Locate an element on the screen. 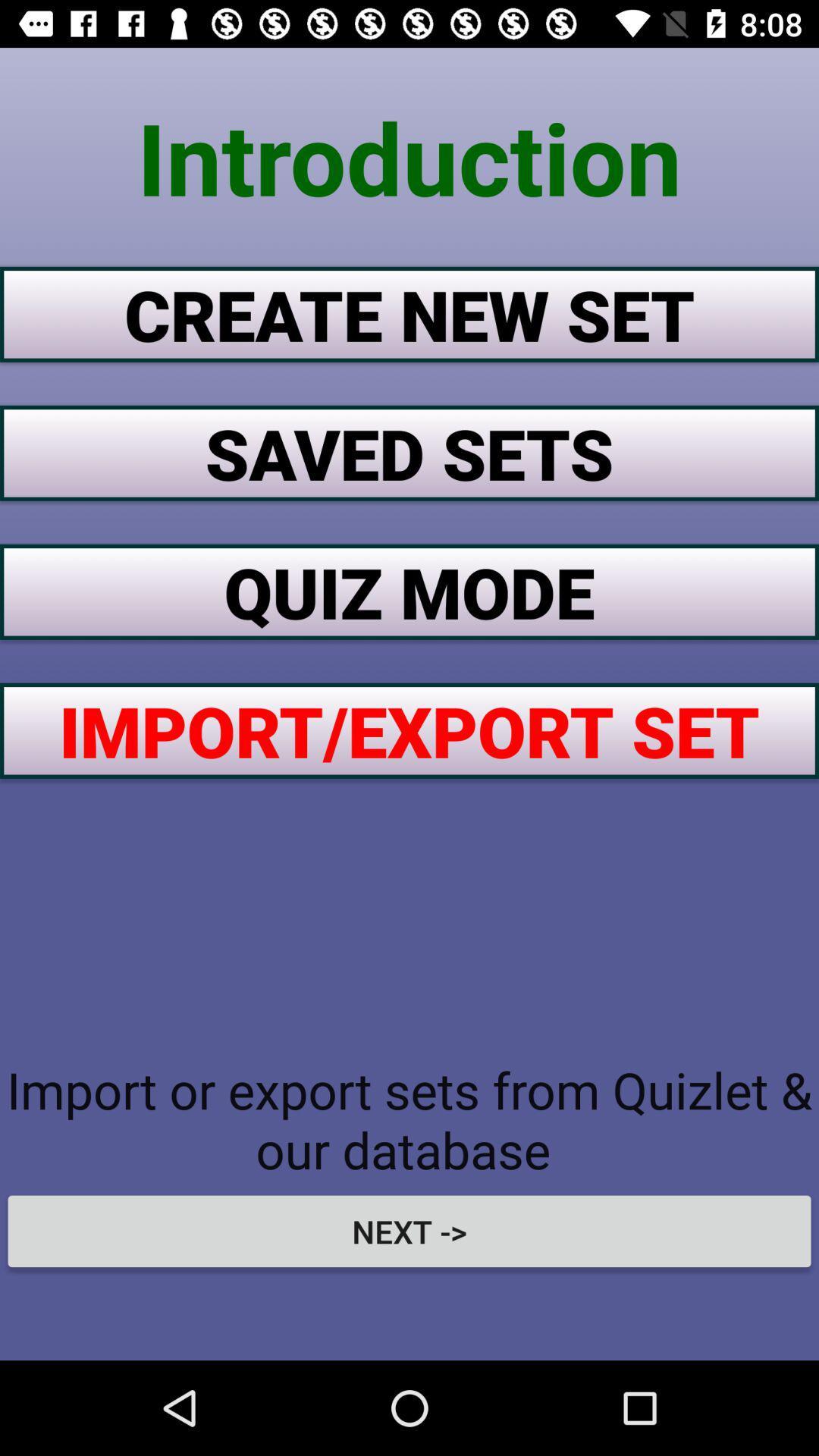 Image resolution: width=819 pixels, height=1456 pixels. item above saved sets button is located at coordinates (409, 313).